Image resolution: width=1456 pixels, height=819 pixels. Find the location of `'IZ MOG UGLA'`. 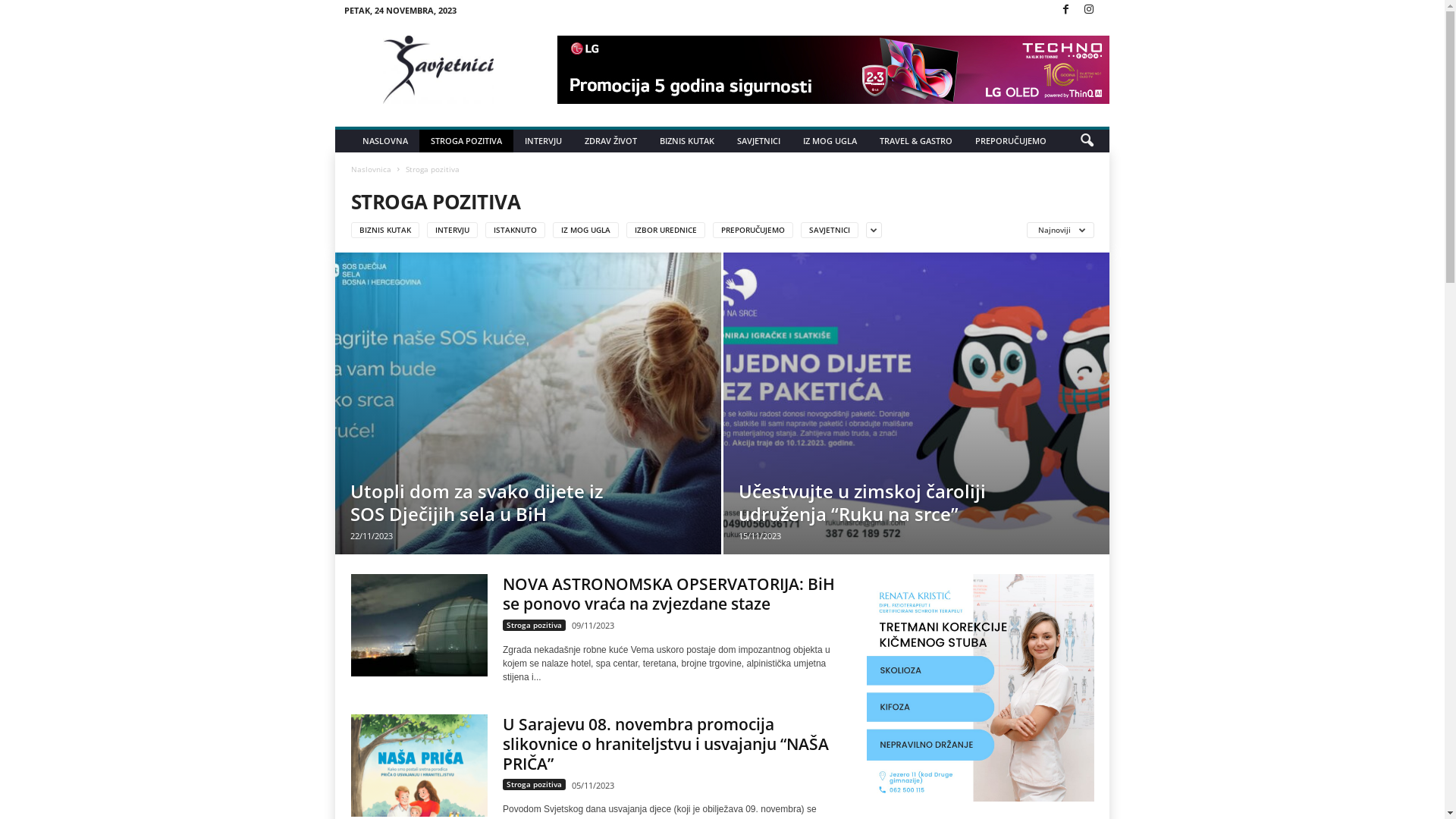

'IZ MOG UGLA' is located at coordinates (585, 229).